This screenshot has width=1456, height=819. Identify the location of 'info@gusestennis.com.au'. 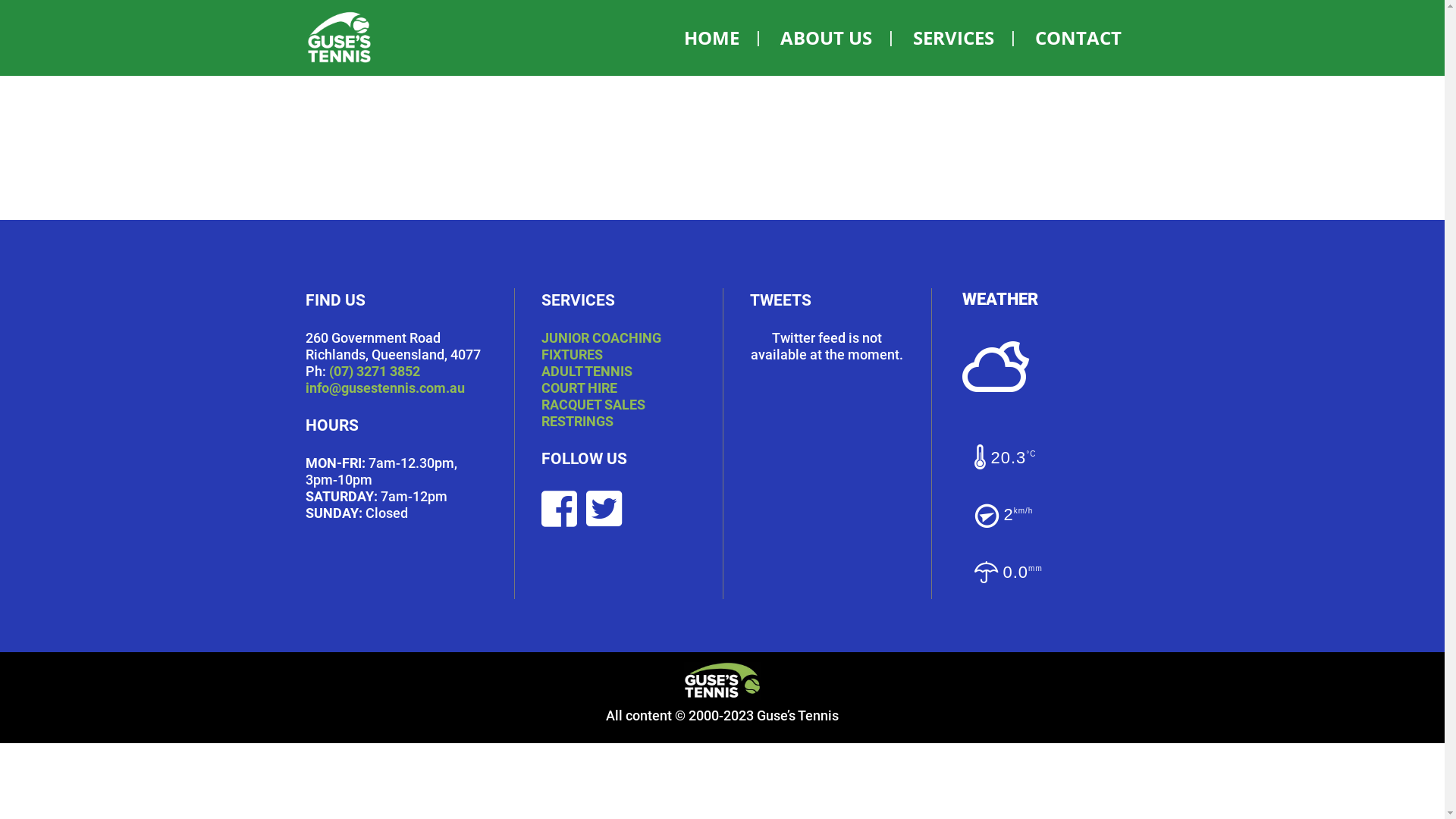
(384, 387).